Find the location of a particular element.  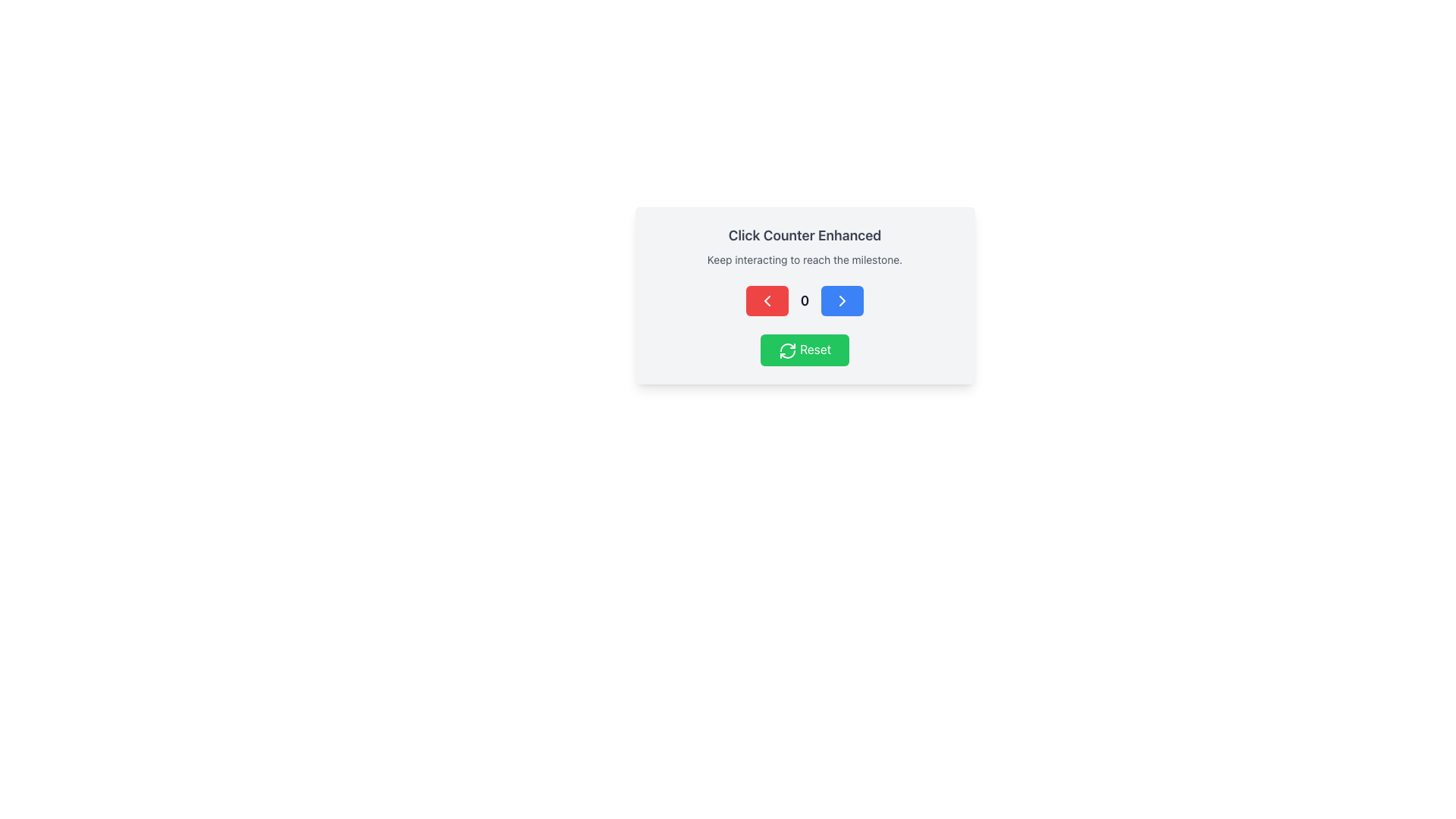

the right-pointing chevron icon, which is located at the center of the blue button in the interface, indicating navigation is located at coordinates (842, 301).